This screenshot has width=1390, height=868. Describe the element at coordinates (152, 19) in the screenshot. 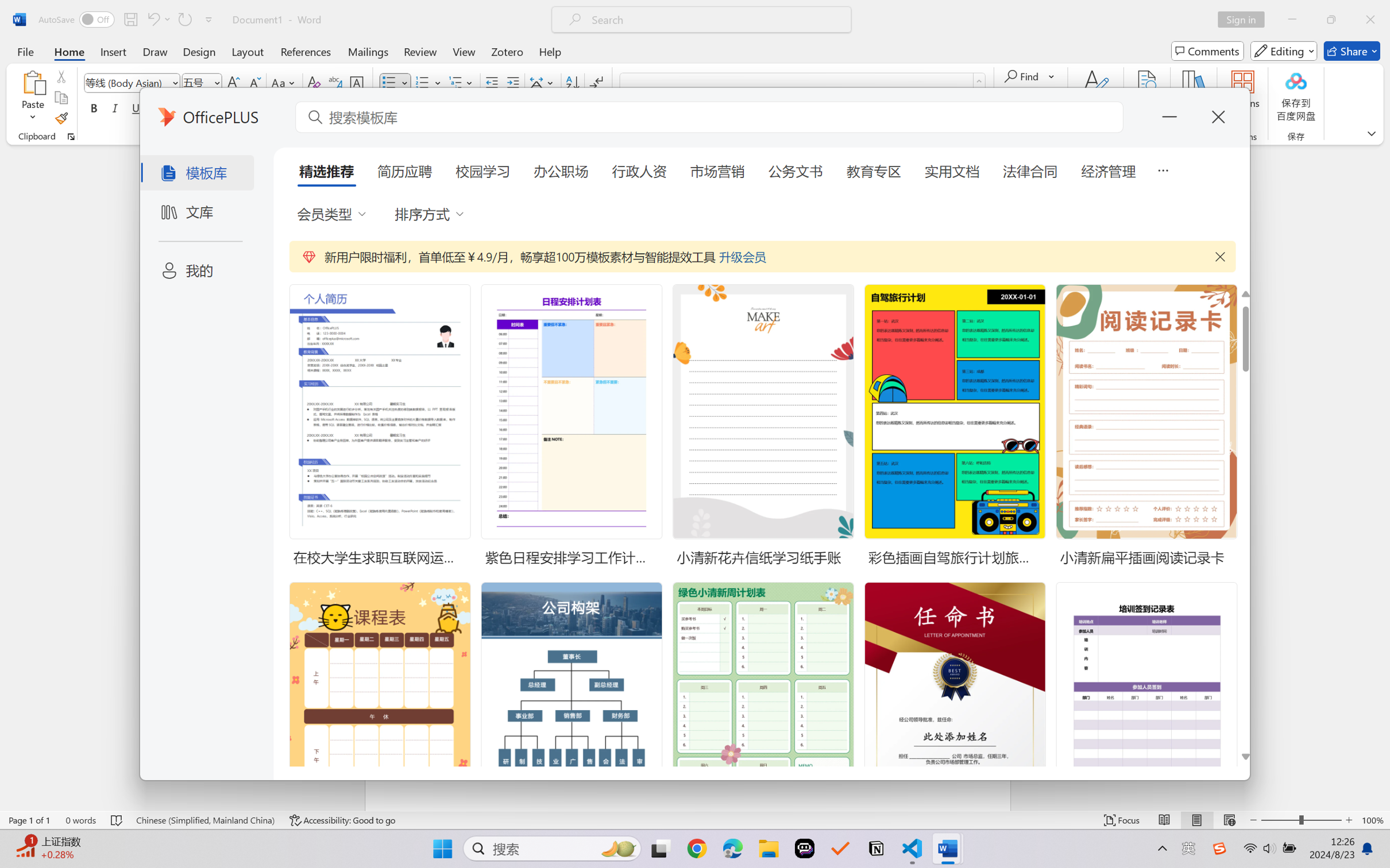

I see `'Undo Bullet Default'` at that location.